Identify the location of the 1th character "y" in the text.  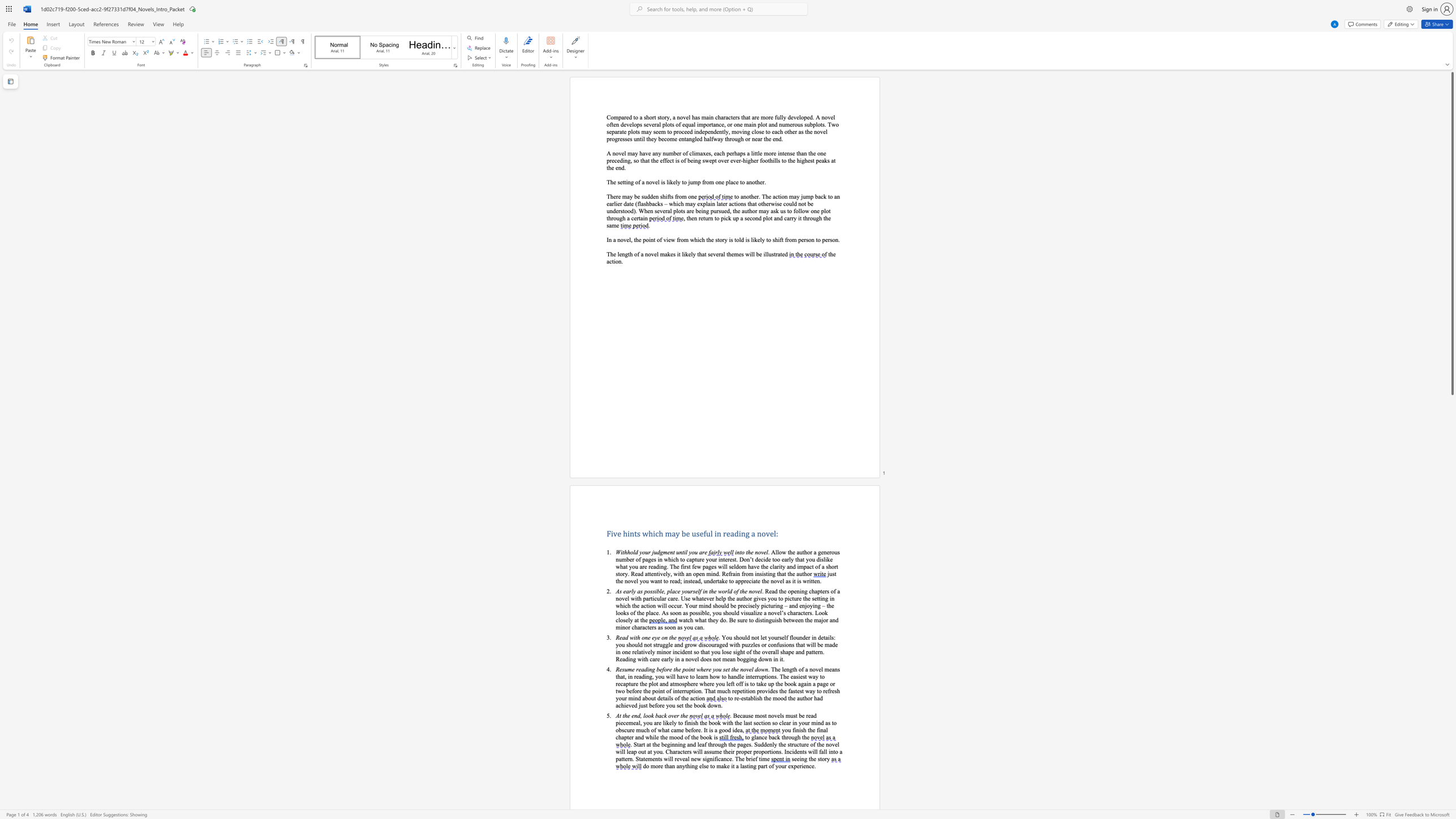
(656, 638).